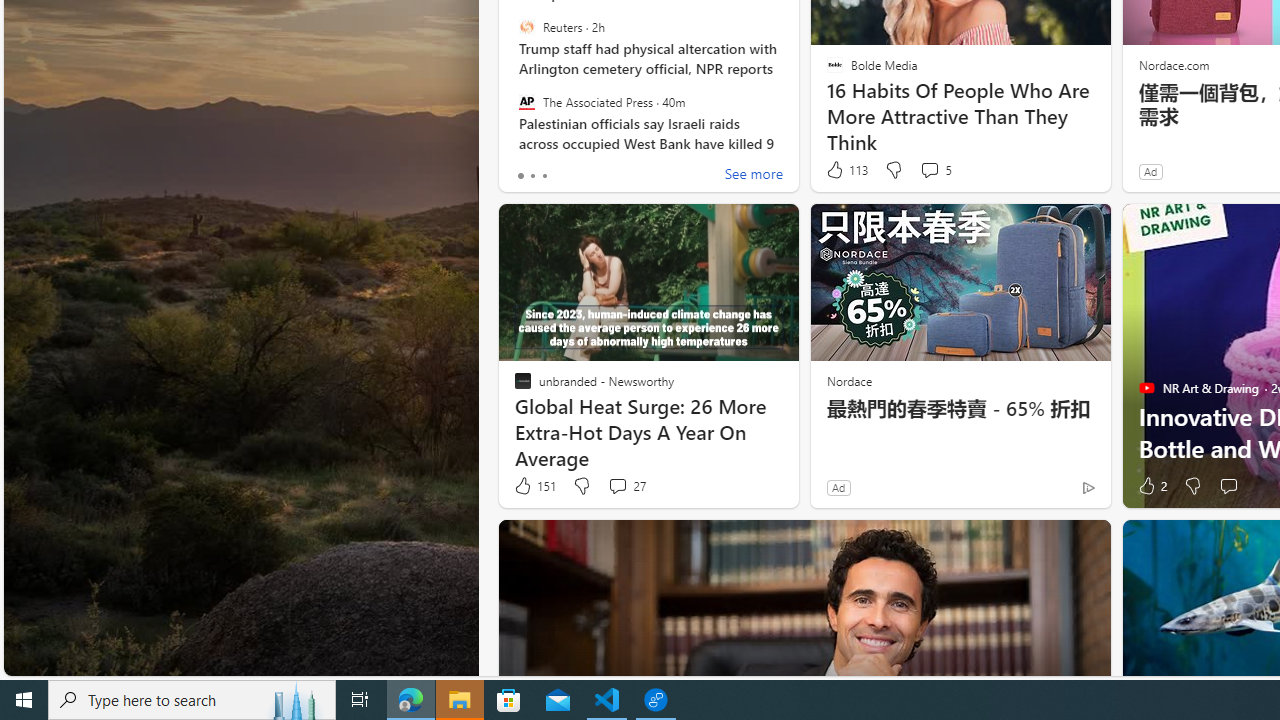 The width and height of the screenshot is (1280, 720). What do you see at coordinates (1227, 486) in the screenshot?
I see `'Start the conversation'` at bounding box center [1227, 486].